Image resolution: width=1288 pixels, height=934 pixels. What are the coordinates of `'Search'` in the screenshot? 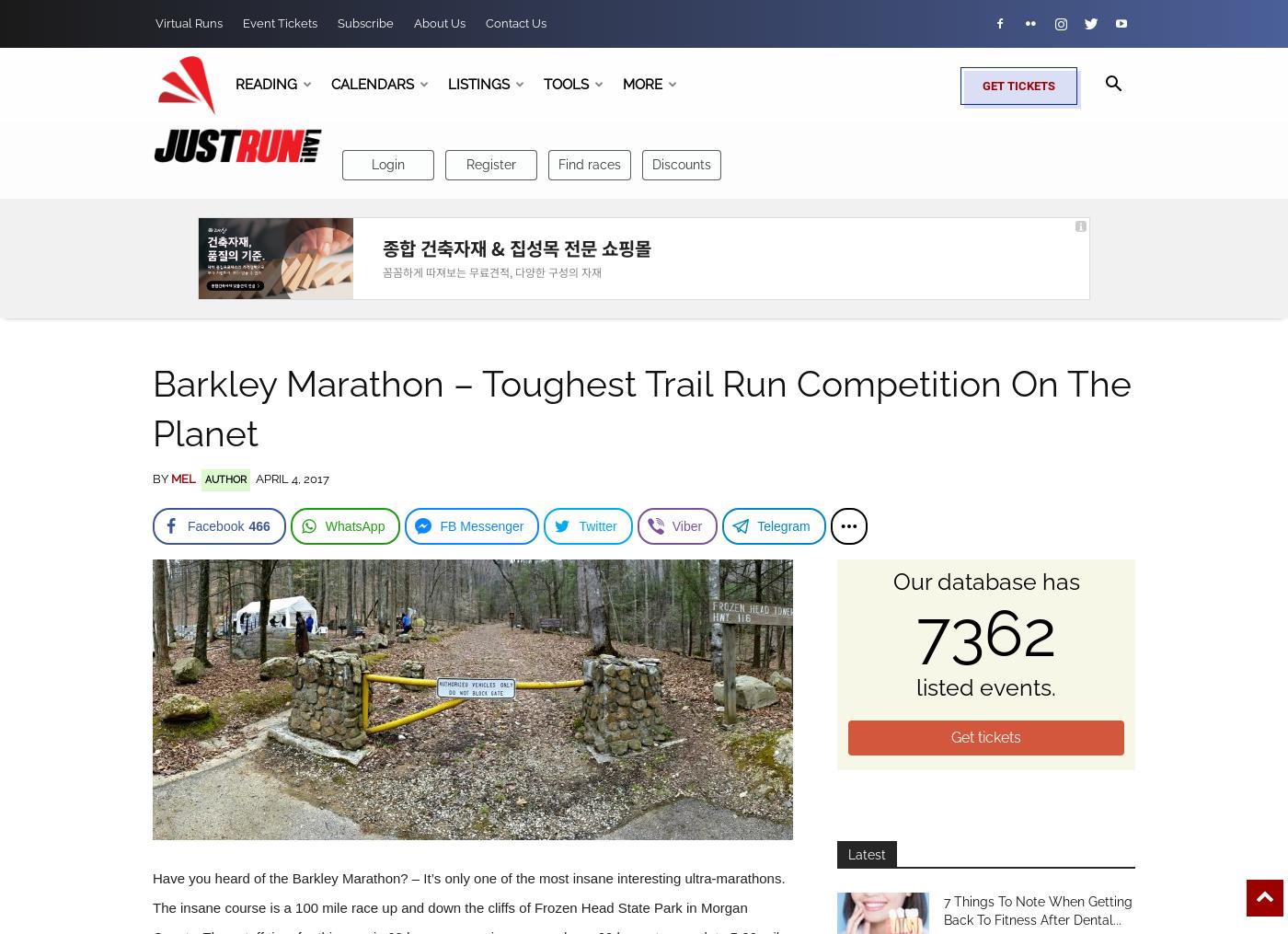 It's located at (643, 92).